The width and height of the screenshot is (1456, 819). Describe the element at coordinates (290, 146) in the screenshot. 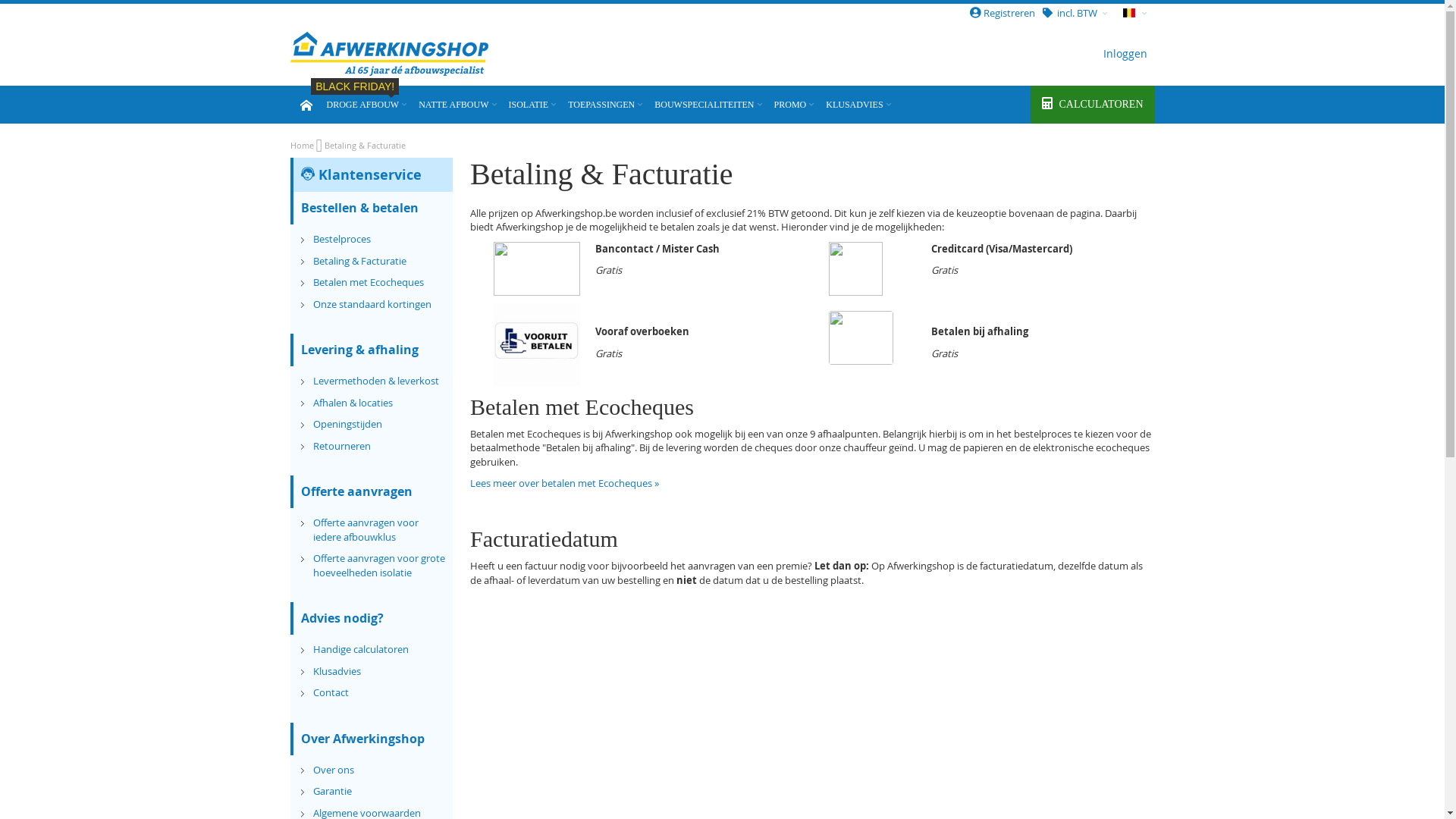

I see `'Home'` at that location.